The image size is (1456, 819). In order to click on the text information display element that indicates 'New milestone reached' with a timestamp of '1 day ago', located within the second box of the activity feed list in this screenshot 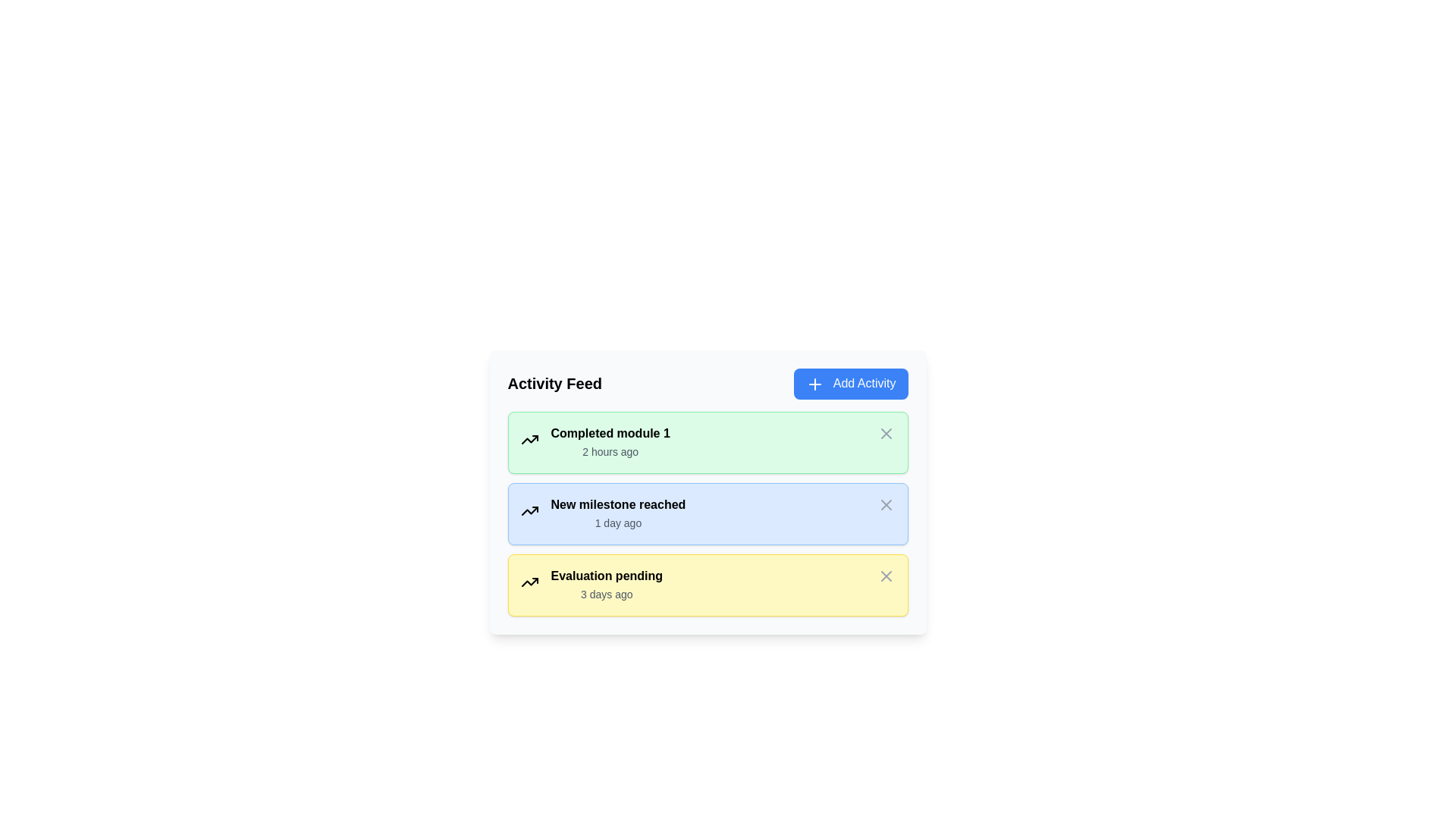, I will do `click(618, 513)`.